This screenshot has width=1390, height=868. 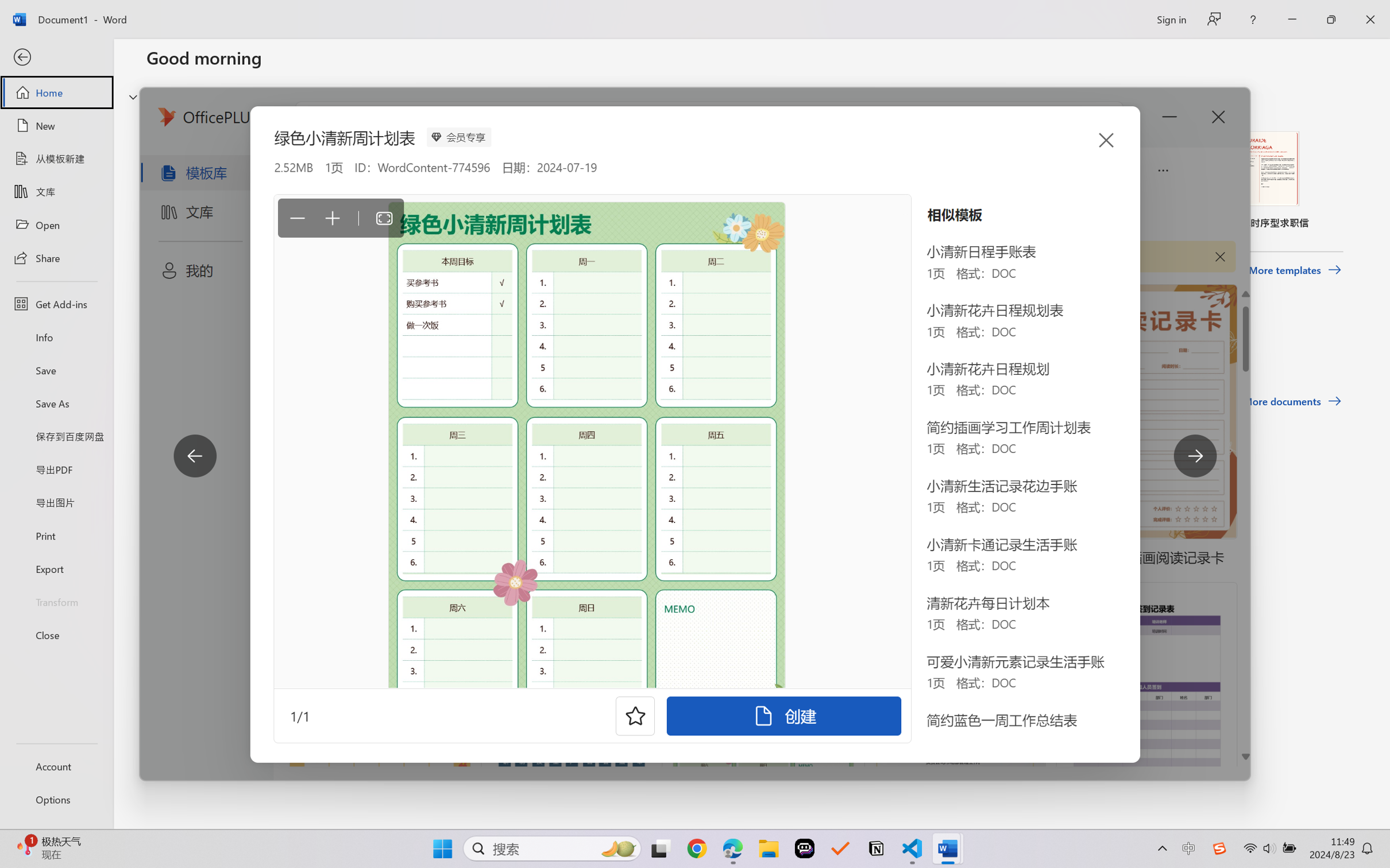 What do you see at coordinates (133, 96) in the screenshot?
I see `'Hide or show region'` at bounding box center [133, 96].